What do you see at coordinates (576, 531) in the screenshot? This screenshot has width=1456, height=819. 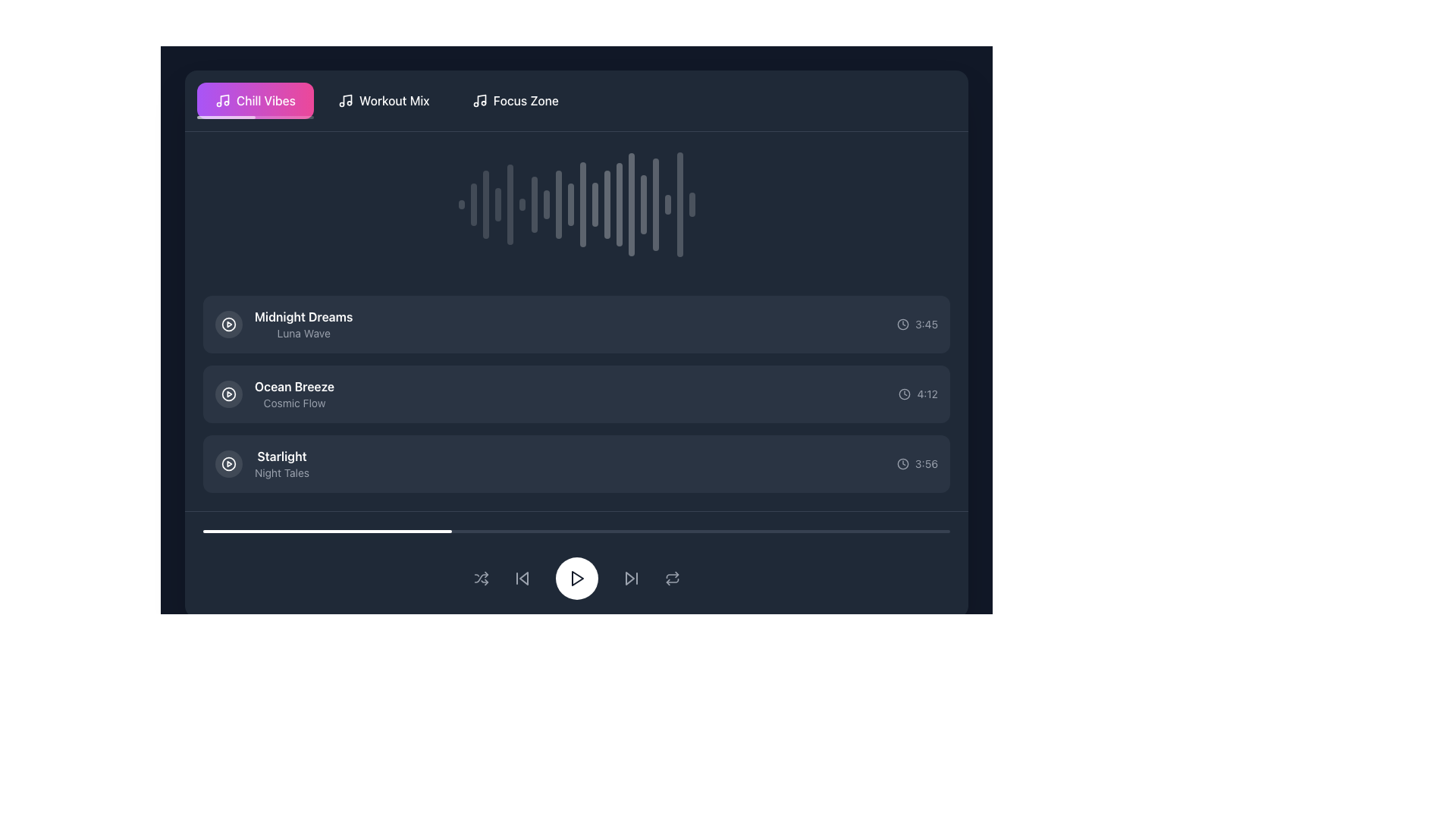 I see `the progress bar located below the list of tracks and above the playback control buttons to seek to a different point in the media playback` at bounding box center [576, 531].